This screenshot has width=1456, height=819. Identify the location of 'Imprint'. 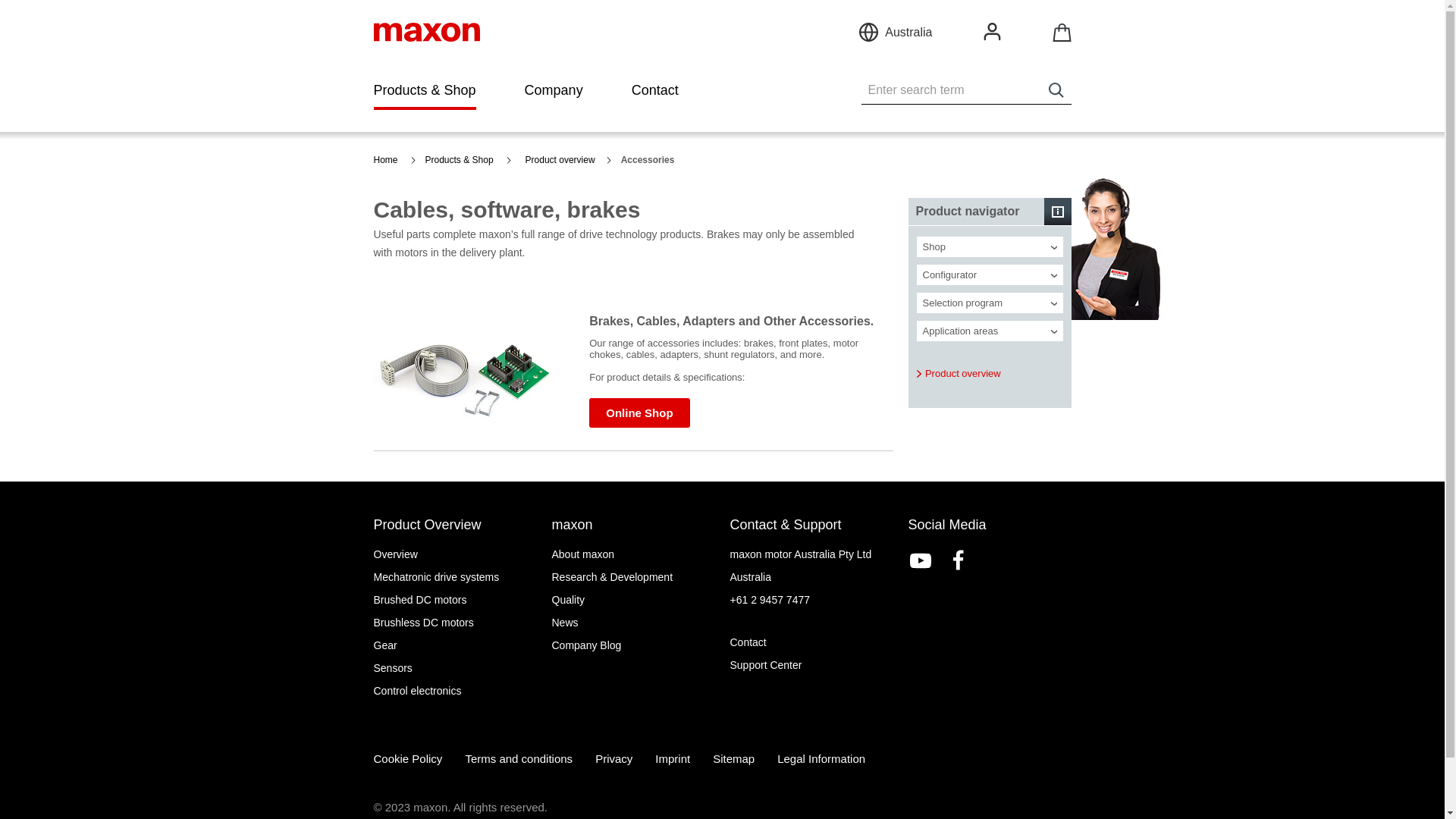
(672, 758).